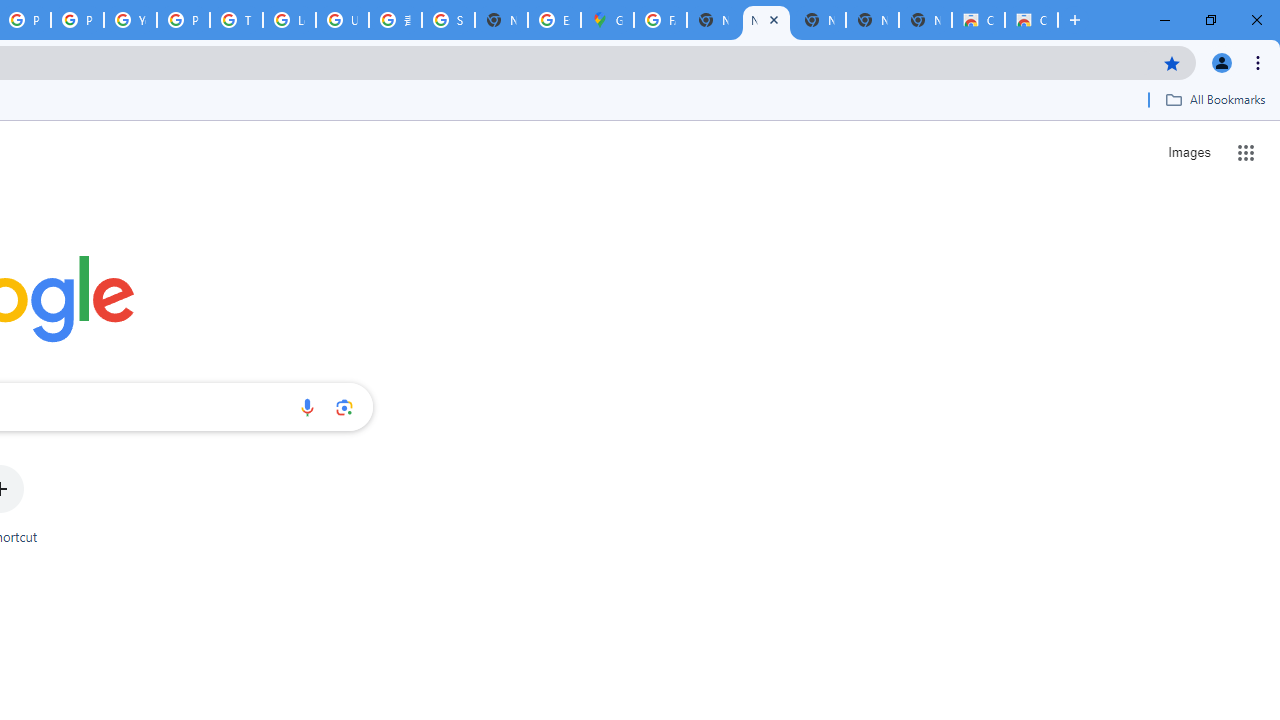  I want to click on 'Google Maps', so click(606, 20).